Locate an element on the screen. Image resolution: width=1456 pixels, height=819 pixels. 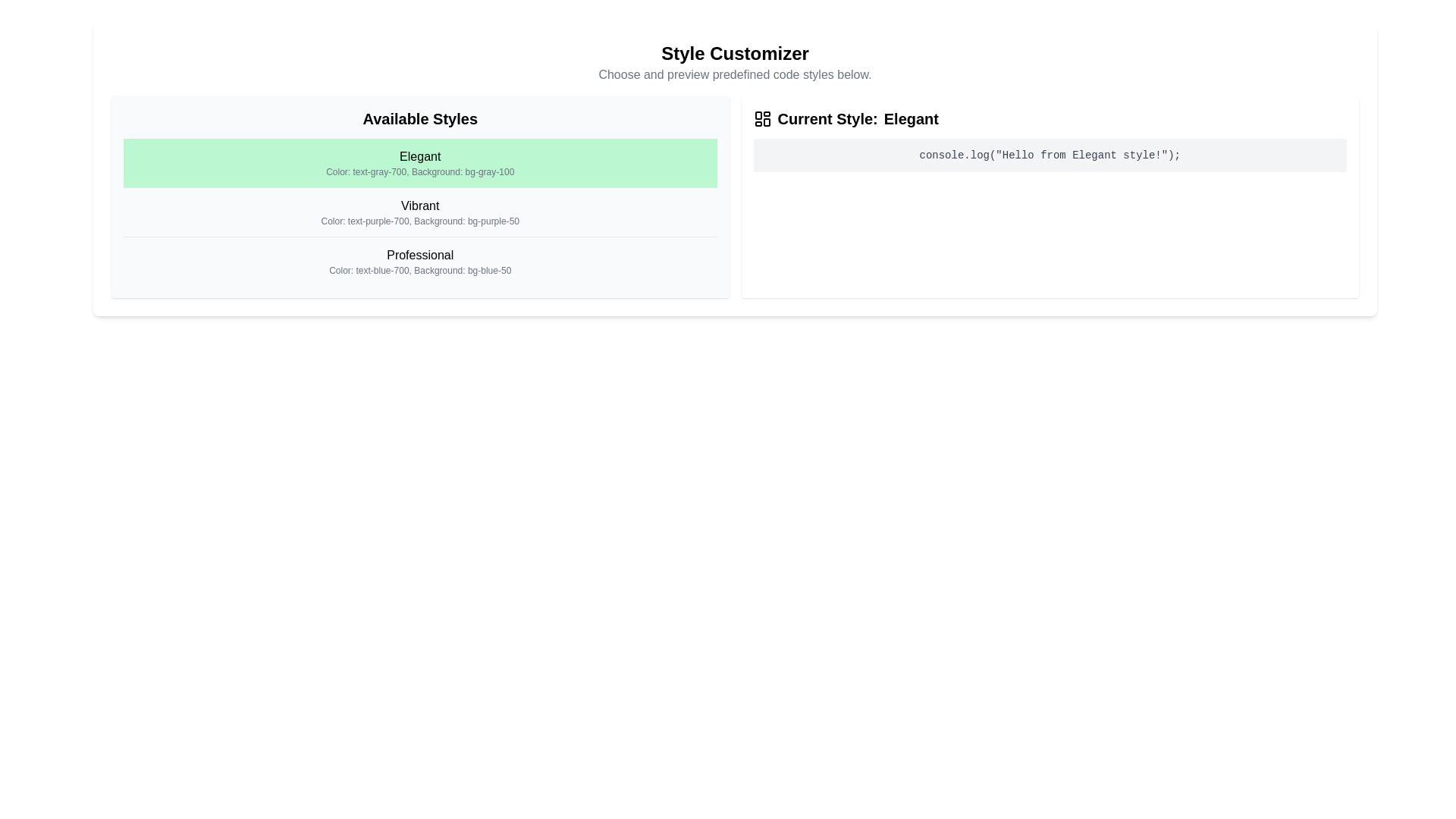
displayed text from the text block styled with a monospaced font, light gray background, and gray text color, containing the code snippet 'console.log("Hello from Elegant style!");' is located at coordinates (1049, 155).